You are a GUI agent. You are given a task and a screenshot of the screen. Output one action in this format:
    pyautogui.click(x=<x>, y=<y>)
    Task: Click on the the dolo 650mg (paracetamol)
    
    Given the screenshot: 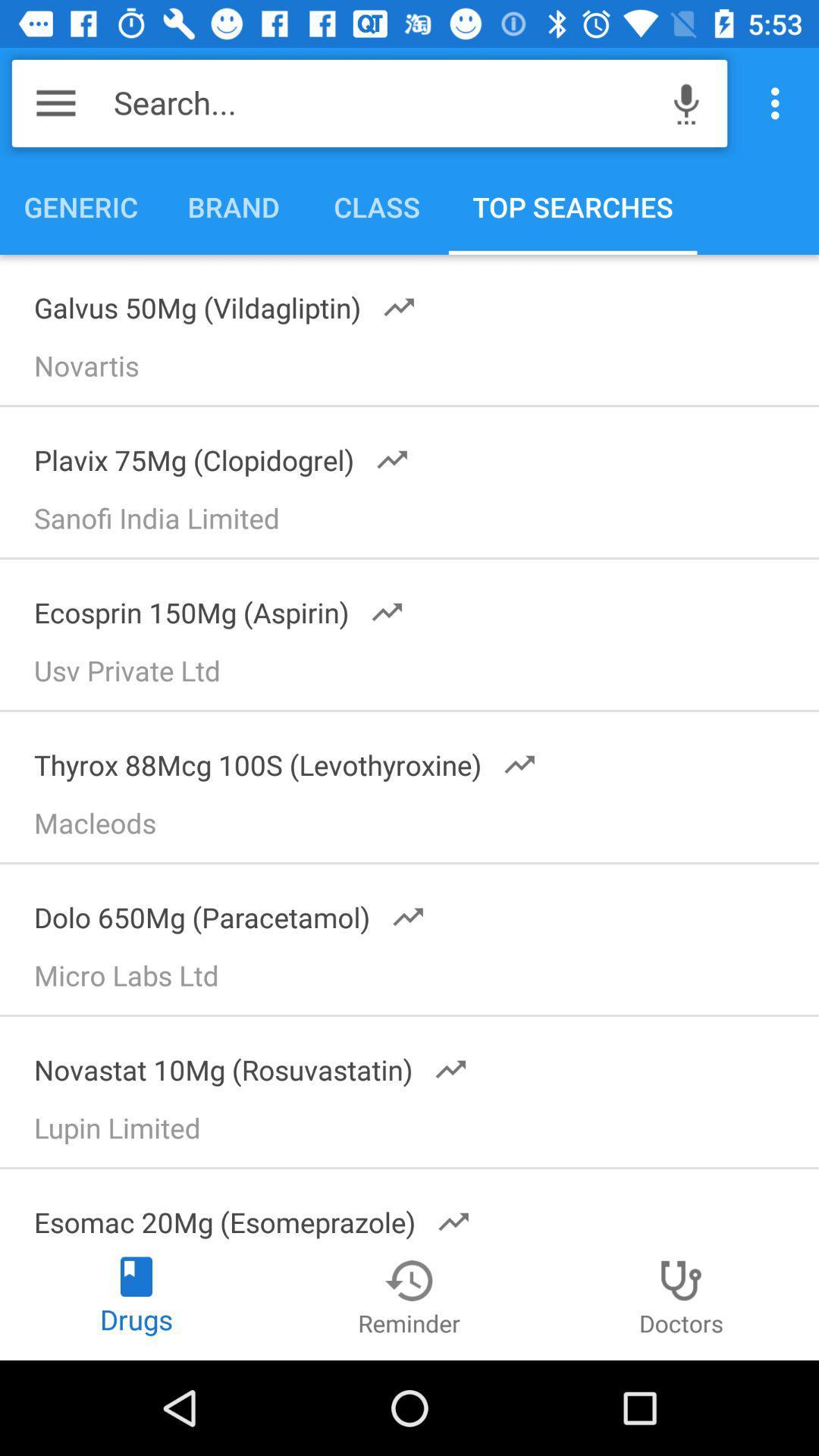 What is the action you would take?
    pyautogui.click(x=220, y=912)
    